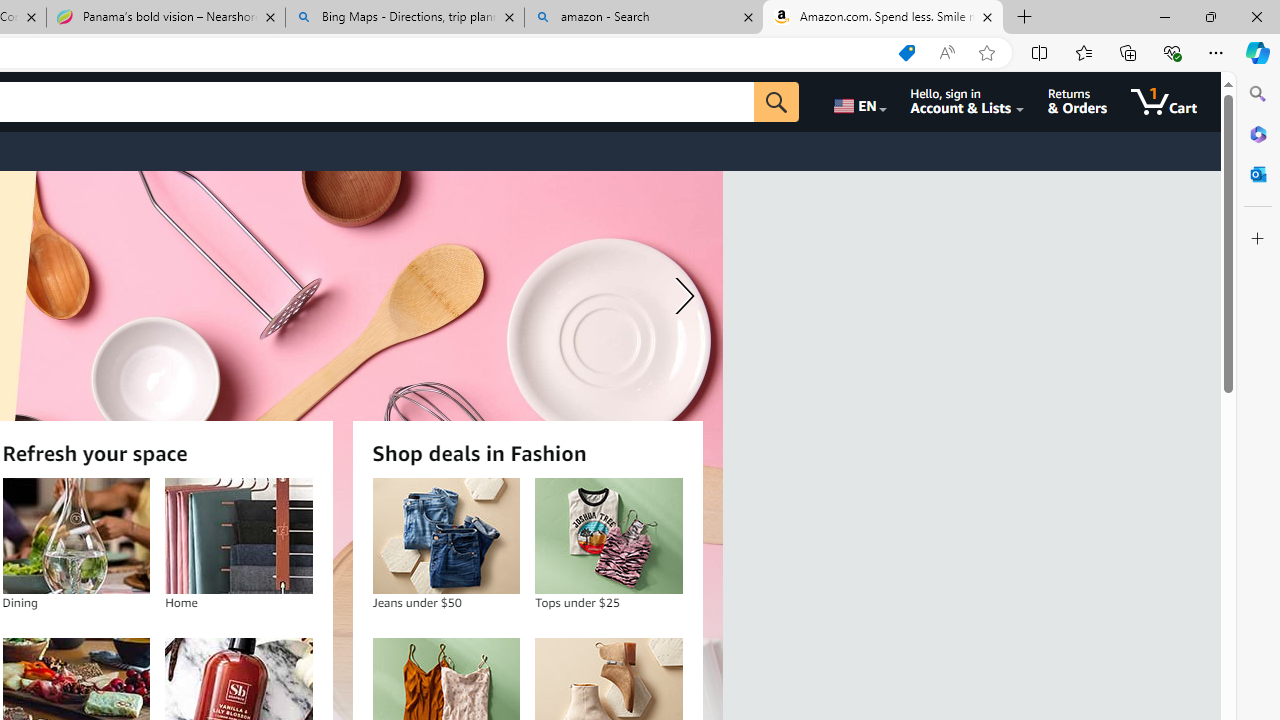  What do you see at coordinates (76, 535) in the screenshot?
I see `'Dining'` at bounding box center [76, 535].